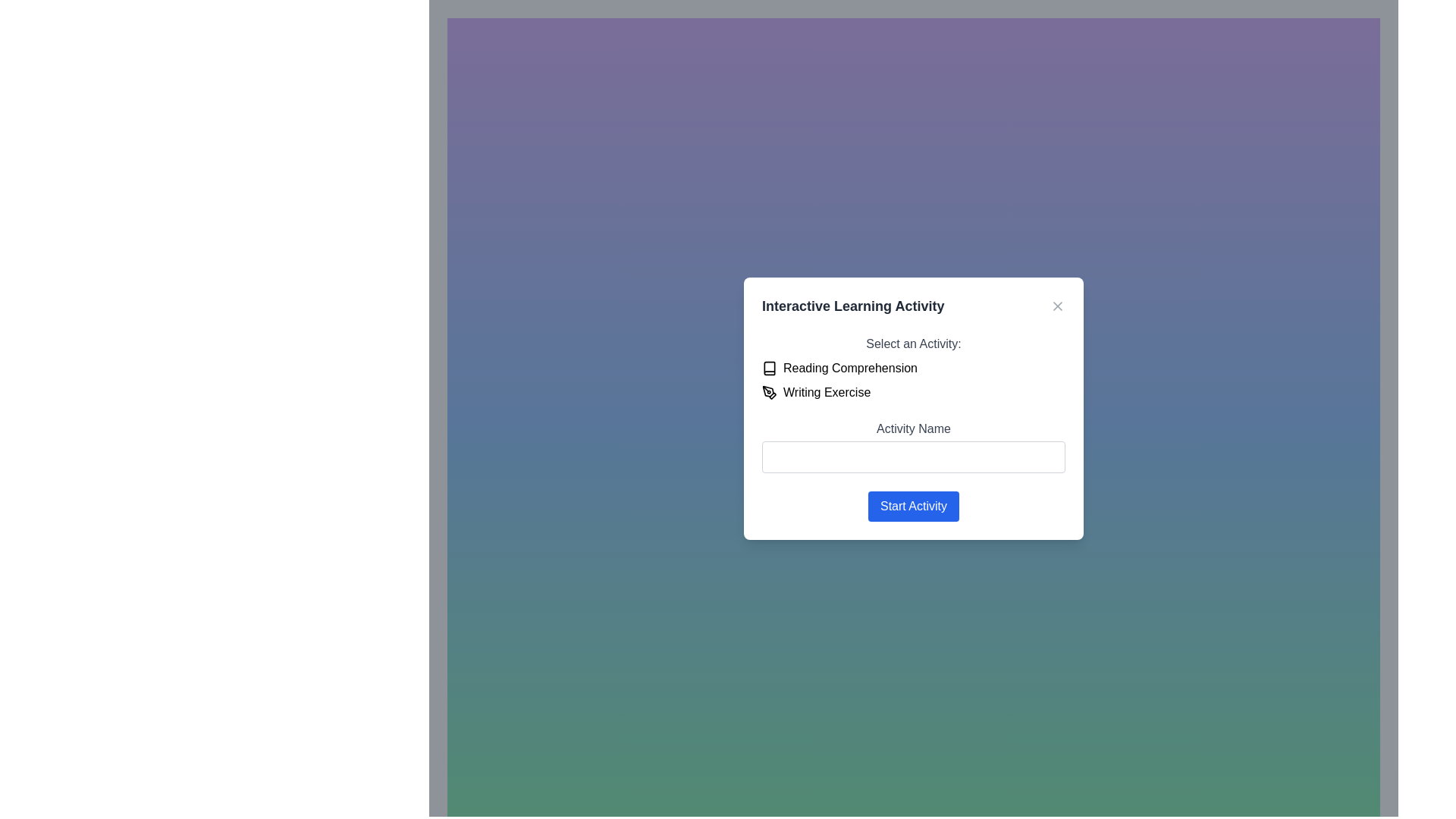 This screenshot has width=1456, height=819. I want to click on the 'Start Activity' button, which is a rectangular button with a blue background and white text, located in the bottom section of the dialog titled 'Interactive Learning Activity', so click(912, 506).